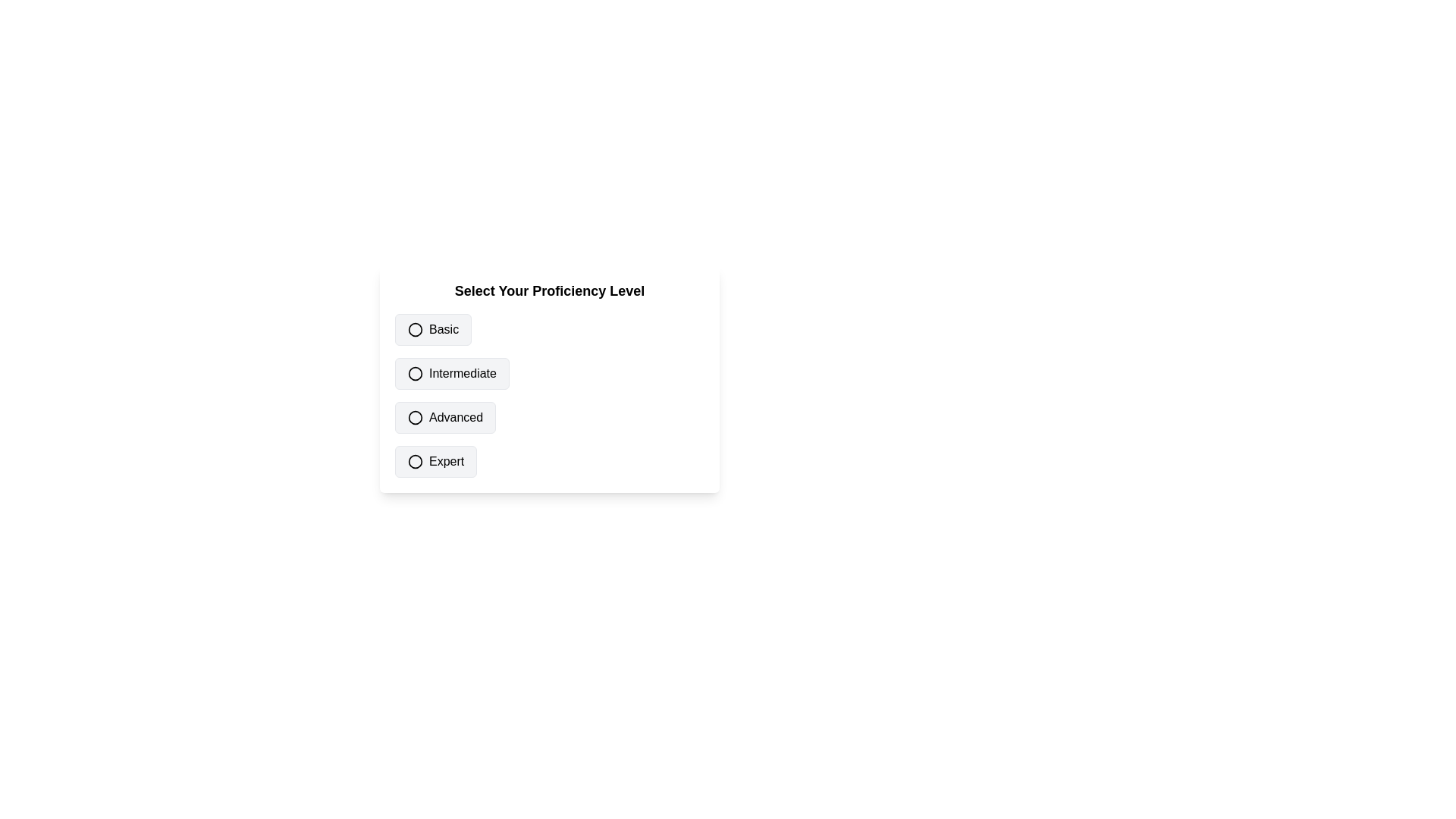 This screenshot has height=819, width=1456. I want to click on the radio button for the 'Basic' proficiency level to trigger any highlighting effects, so click(415, 329).